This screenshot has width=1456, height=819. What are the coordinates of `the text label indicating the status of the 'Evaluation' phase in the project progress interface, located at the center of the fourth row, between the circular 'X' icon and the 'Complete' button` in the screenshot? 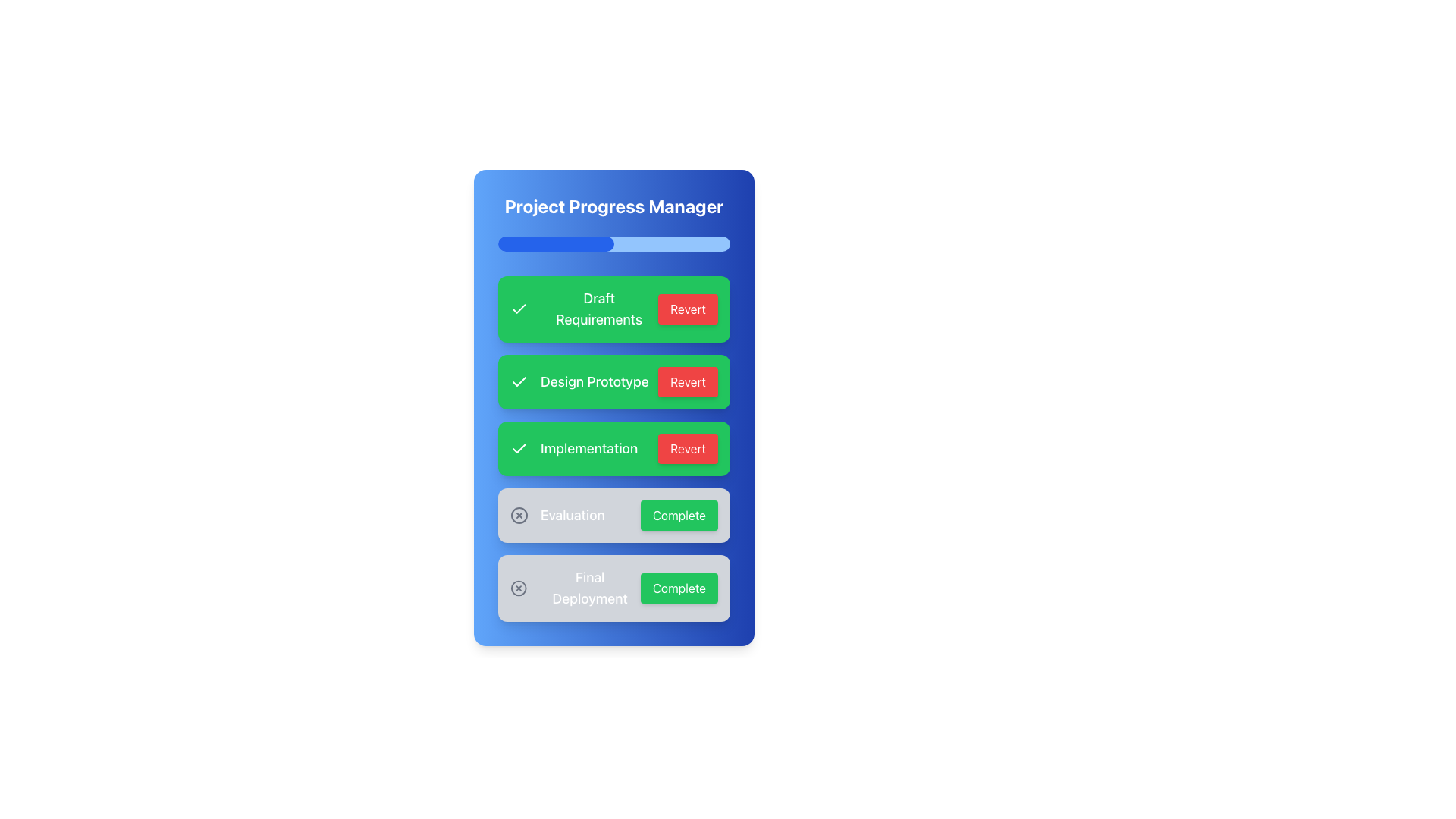 It's located at (572, 514).